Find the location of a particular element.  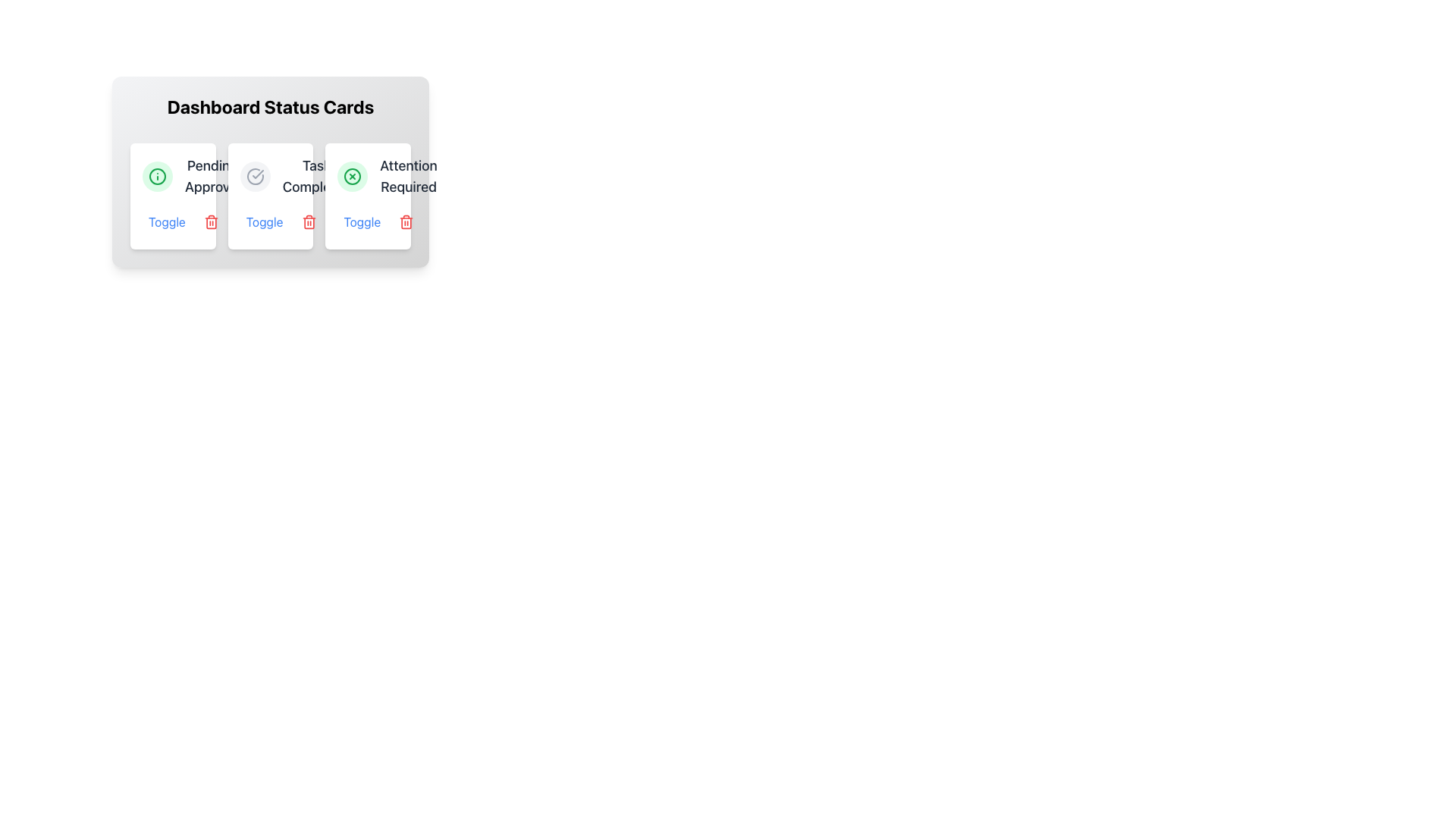

the static text label that displays 'Task Completed', which is presented in a medium-sized, bold, gray font and is located at the top of its card-style interface is located at coordinates (315, 175).